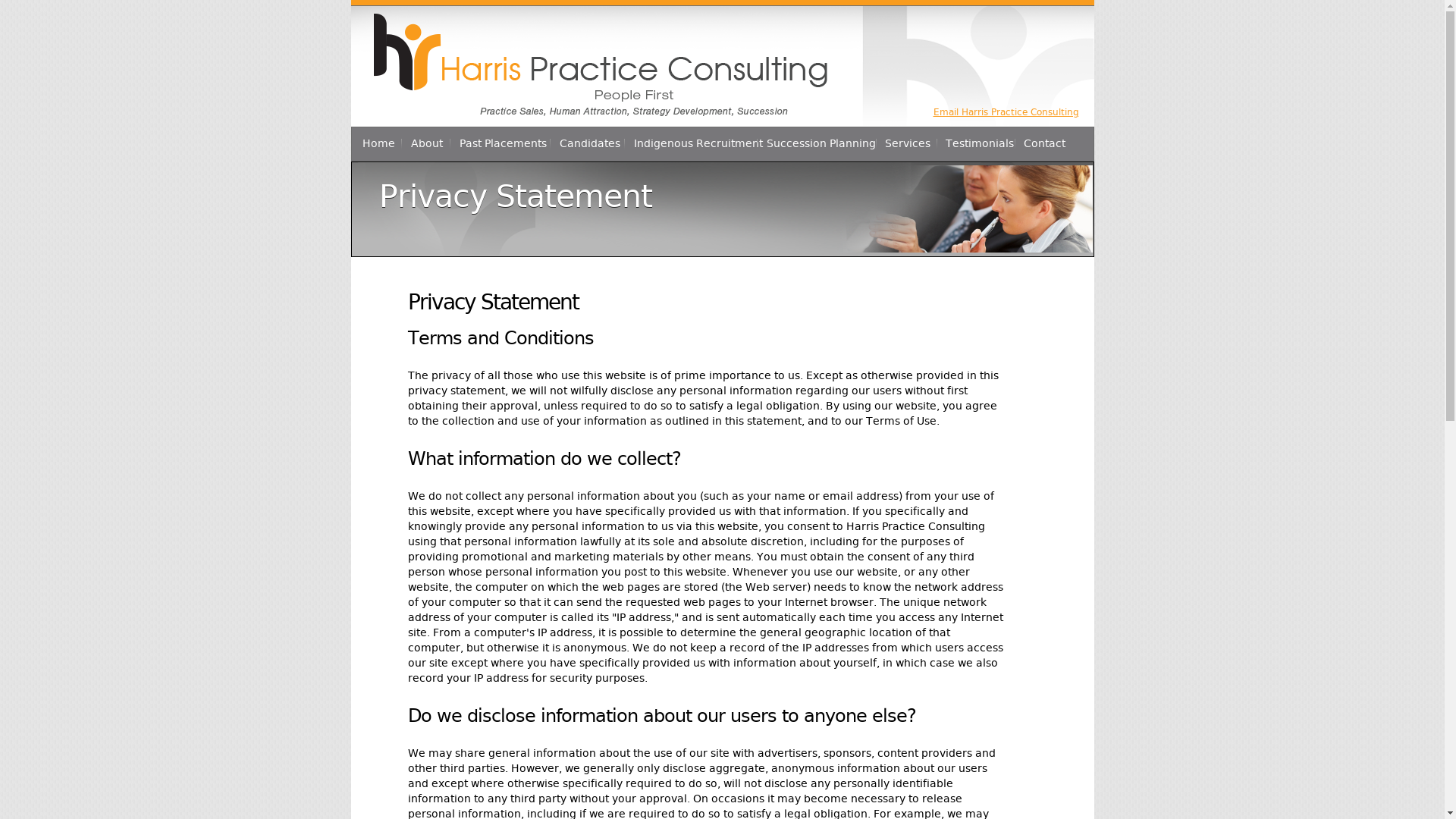 The height and width of the screenshot is (819, 1456). I want to click on 'Indigenous Recruitment', so click(697, 143).